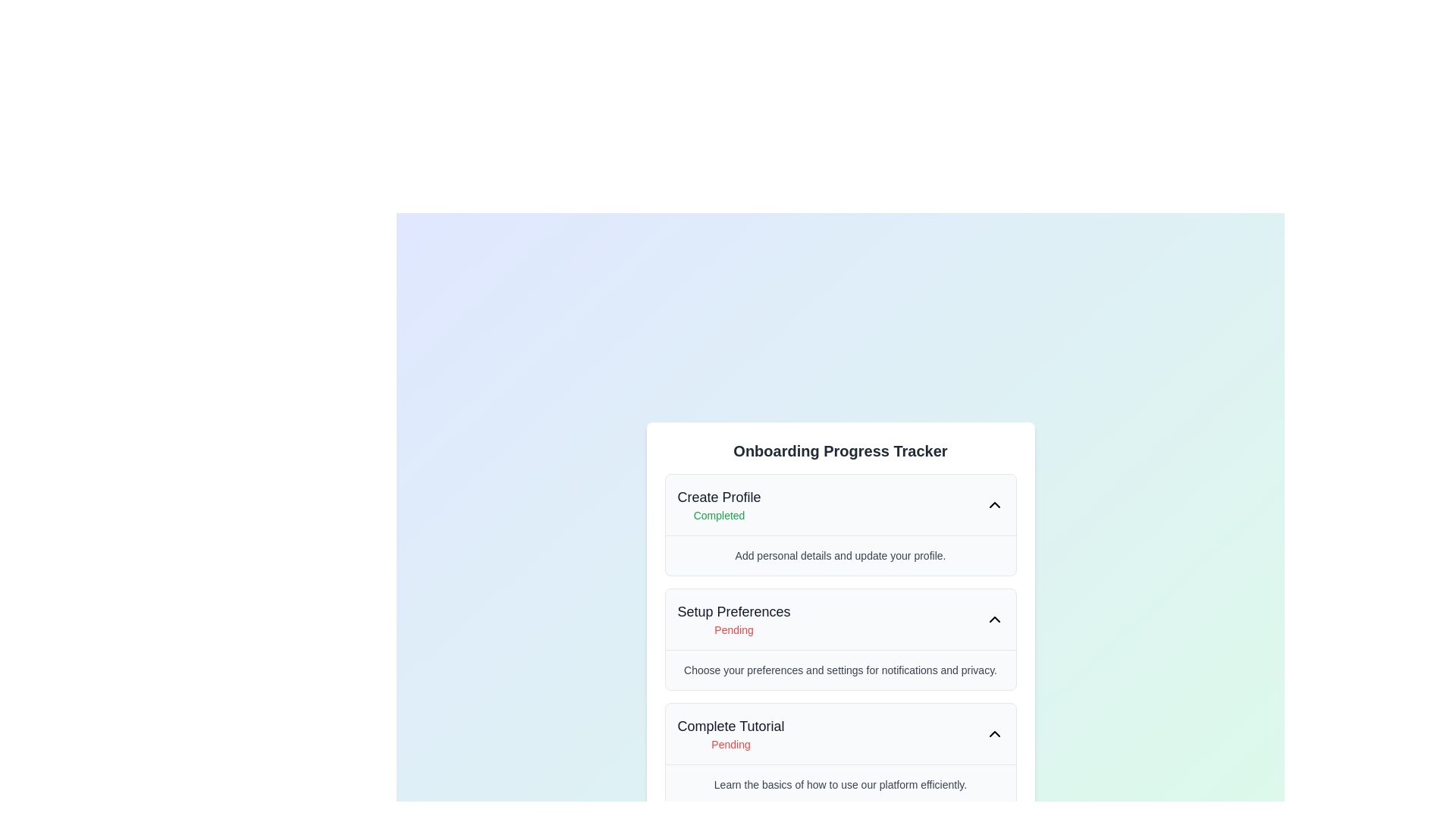  Describe the element at coordinates (839, 733) in the screenshot. I see `the interactive list item titled 'Complete Tutorial'` at that location.